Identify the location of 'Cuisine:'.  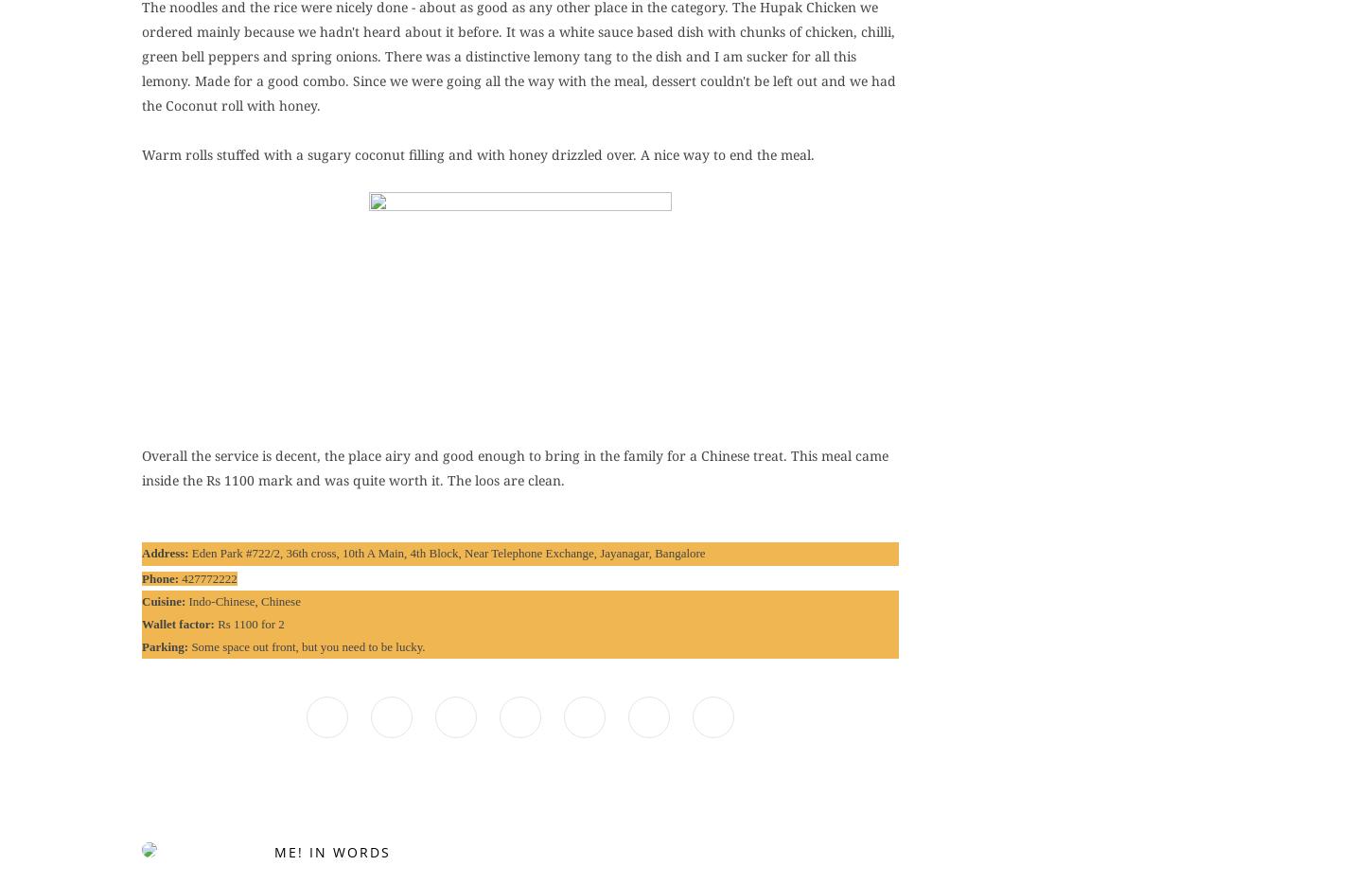
(164, 599).